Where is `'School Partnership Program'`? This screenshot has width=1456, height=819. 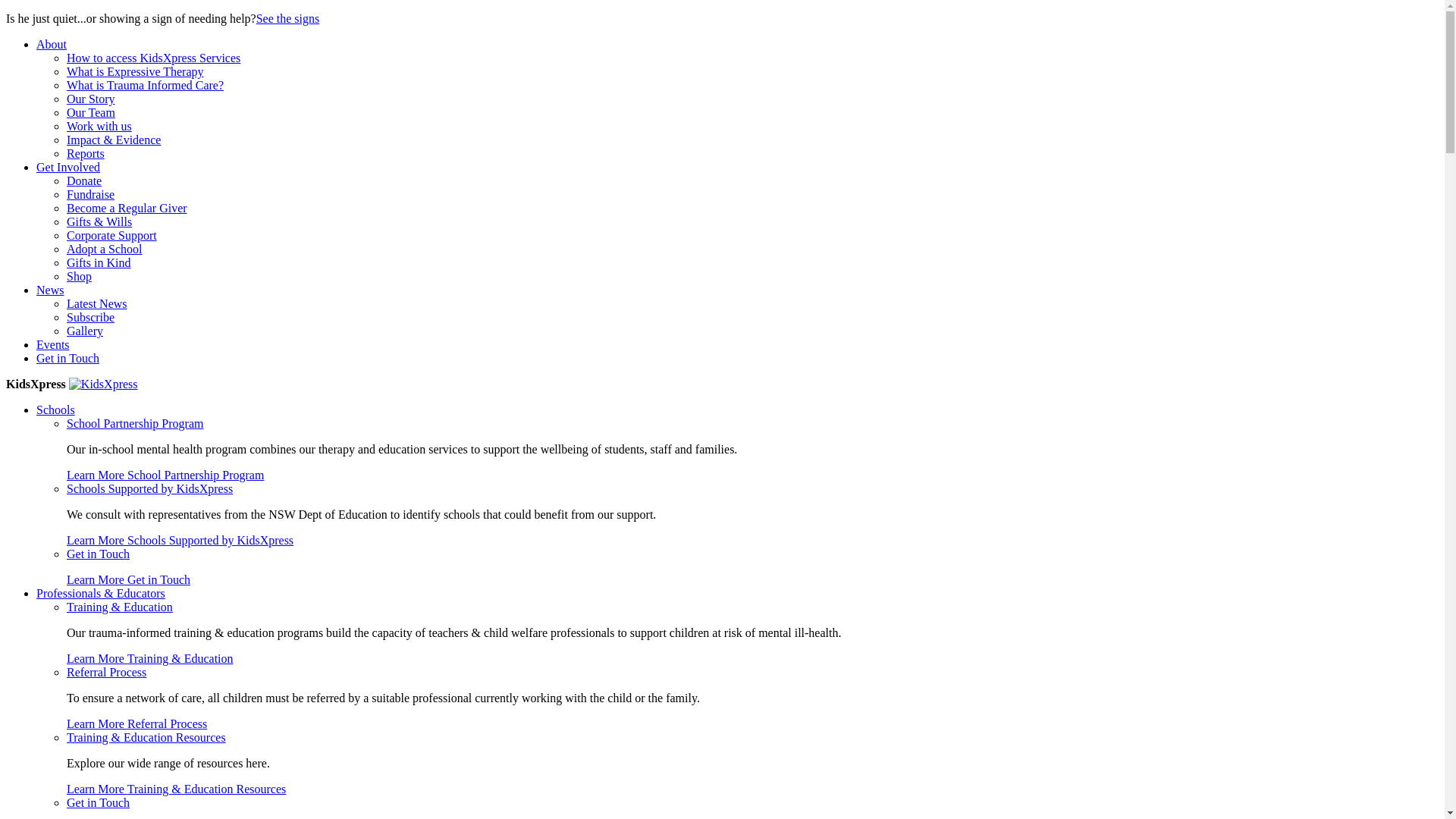
'School Partnership Program' is located at coordinates (134, 423).